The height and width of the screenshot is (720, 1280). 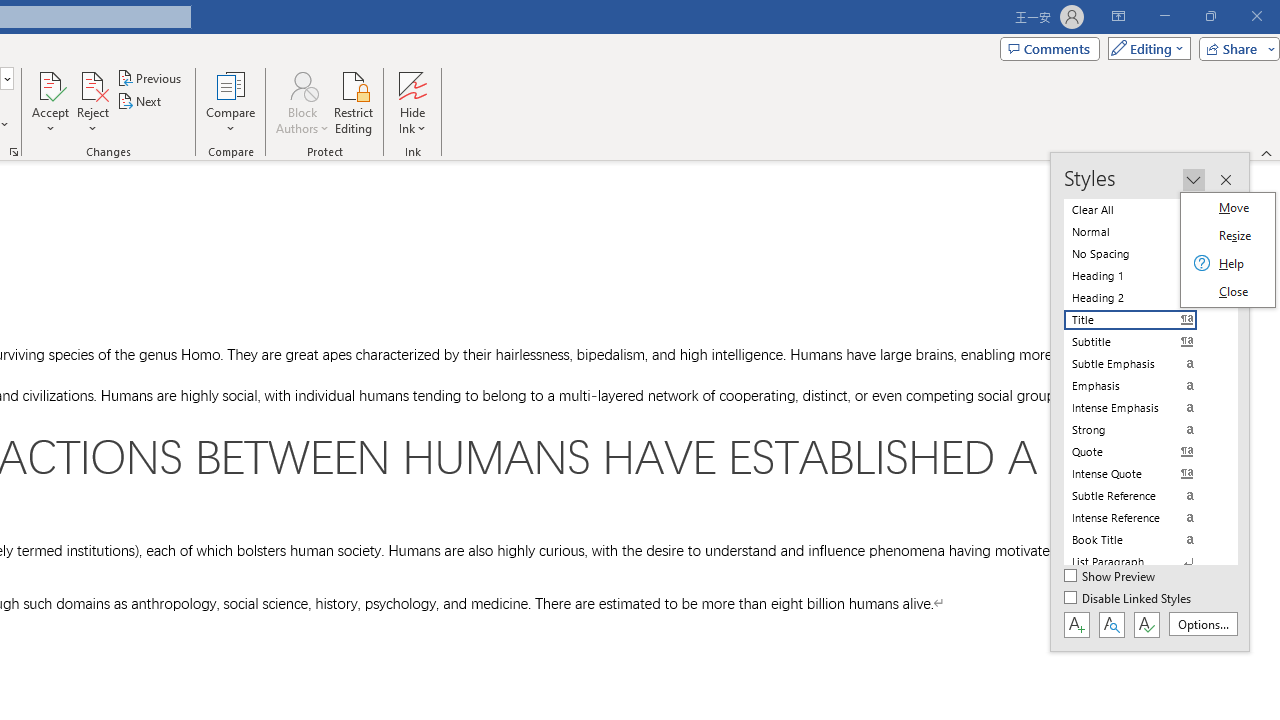 What do you see at coordinates (411, 103) in the screenshot?
I see `'Hide Ink'` at bounding box center [411, 103].